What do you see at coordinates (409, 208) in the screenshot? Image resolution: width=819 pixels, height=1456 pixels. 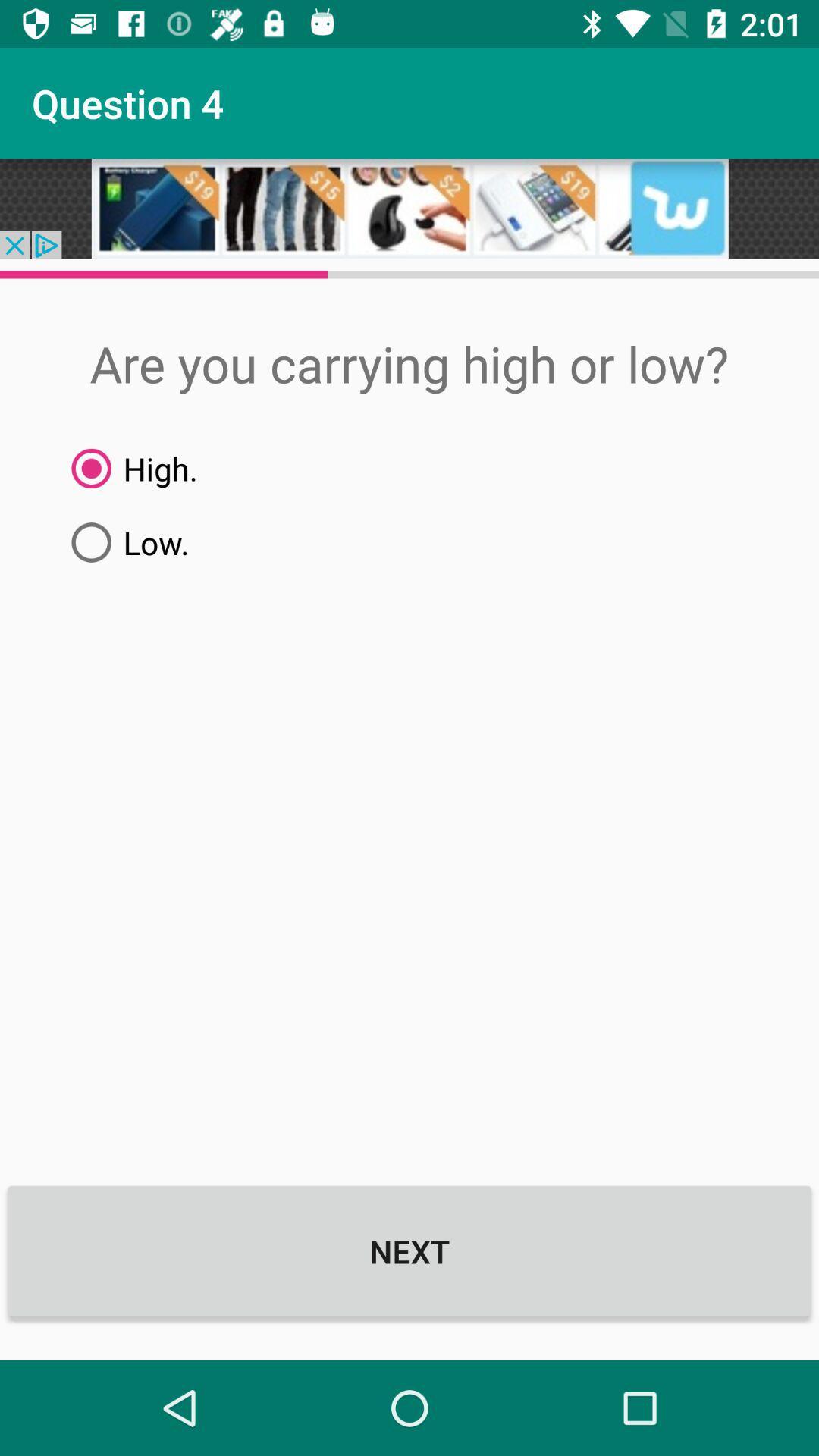 I see `advertisement` at bounding box center [409, 208].